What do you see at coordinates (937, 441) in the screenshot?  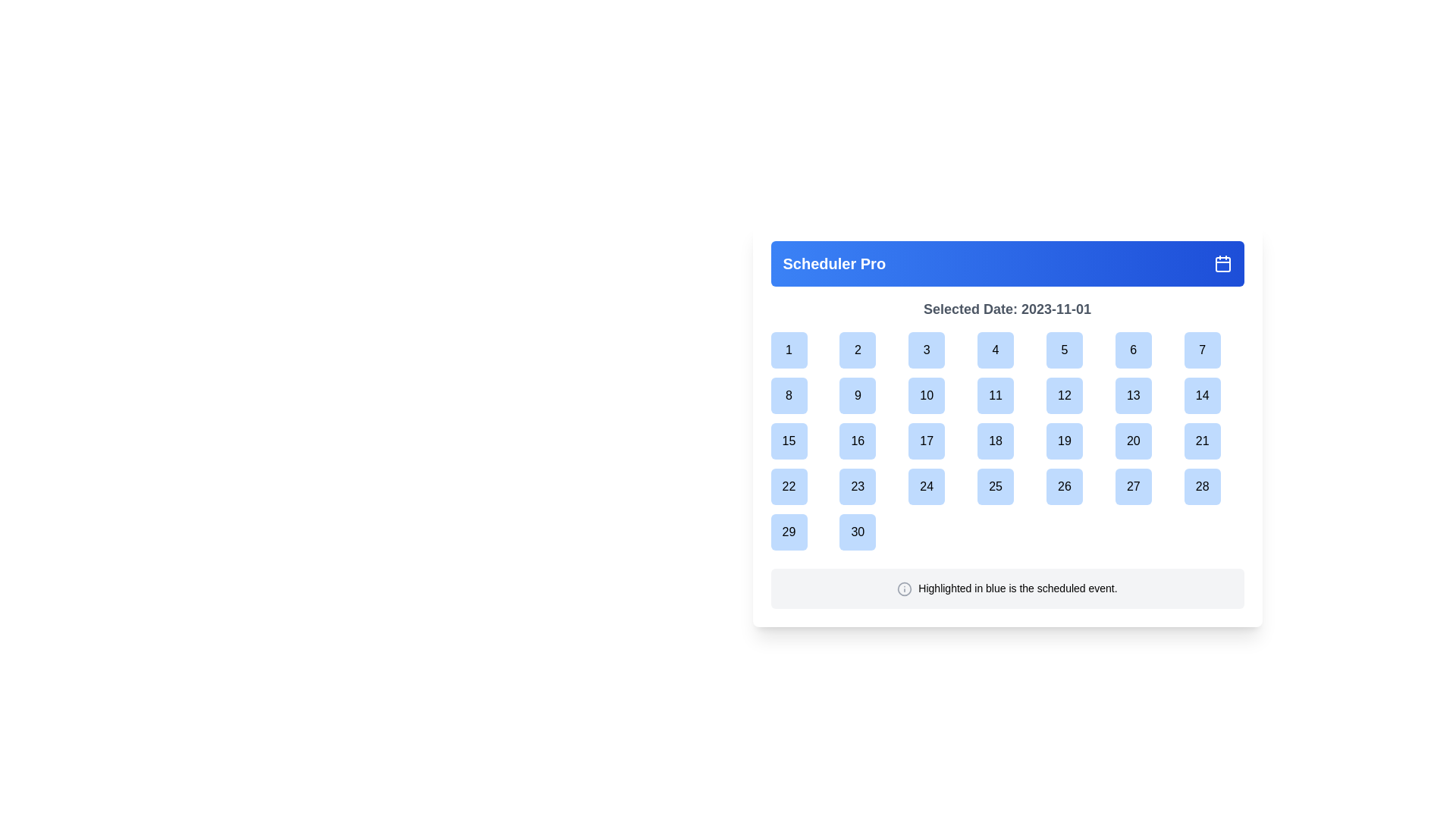 I see `the rectangular button displaying '17' with the text 'No Event' and a light blue background, located in the third row, third column of the button grid` at bounding box center [937, 441].